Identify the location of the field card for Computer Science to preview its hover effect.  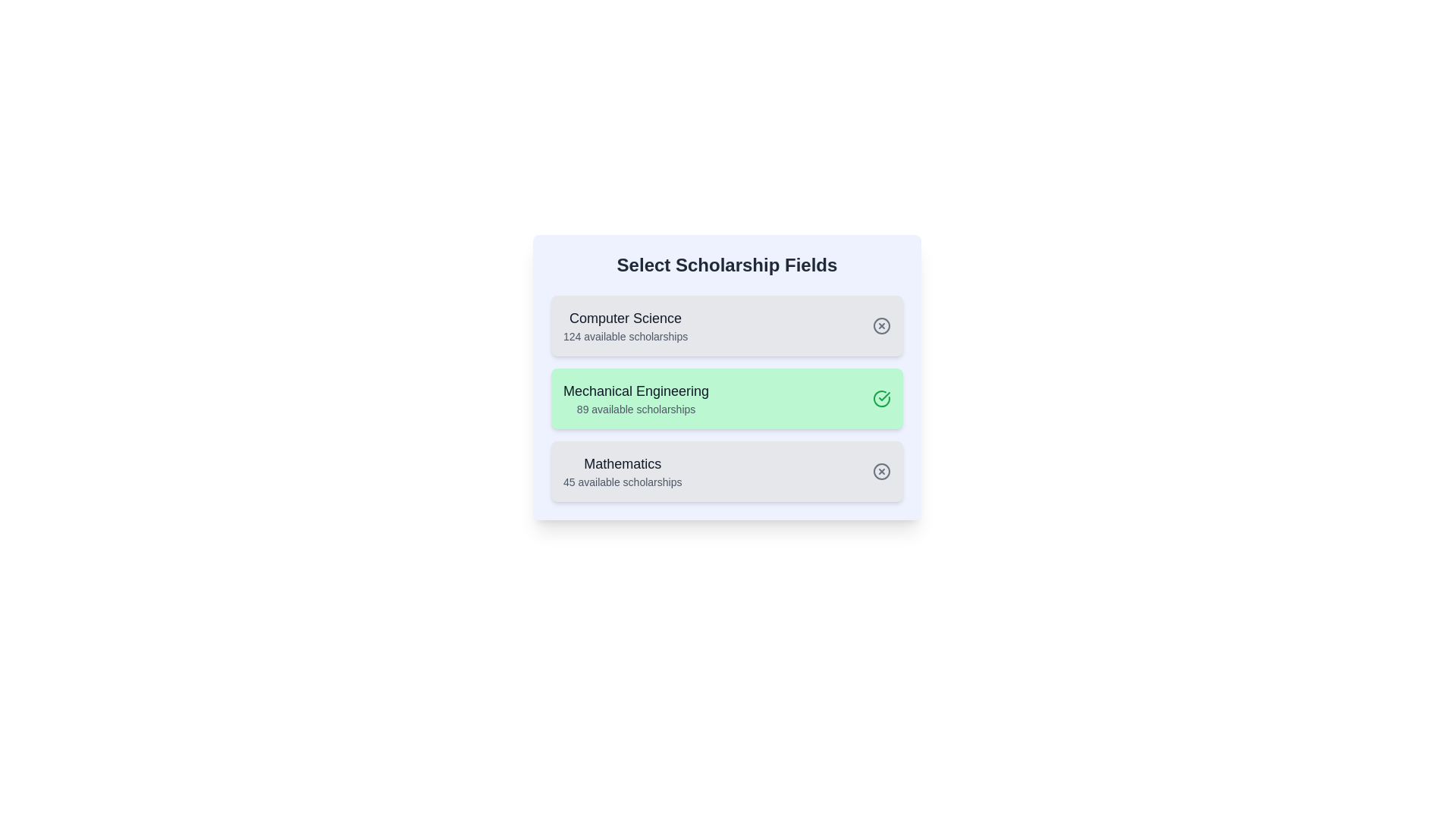
(726, 325).